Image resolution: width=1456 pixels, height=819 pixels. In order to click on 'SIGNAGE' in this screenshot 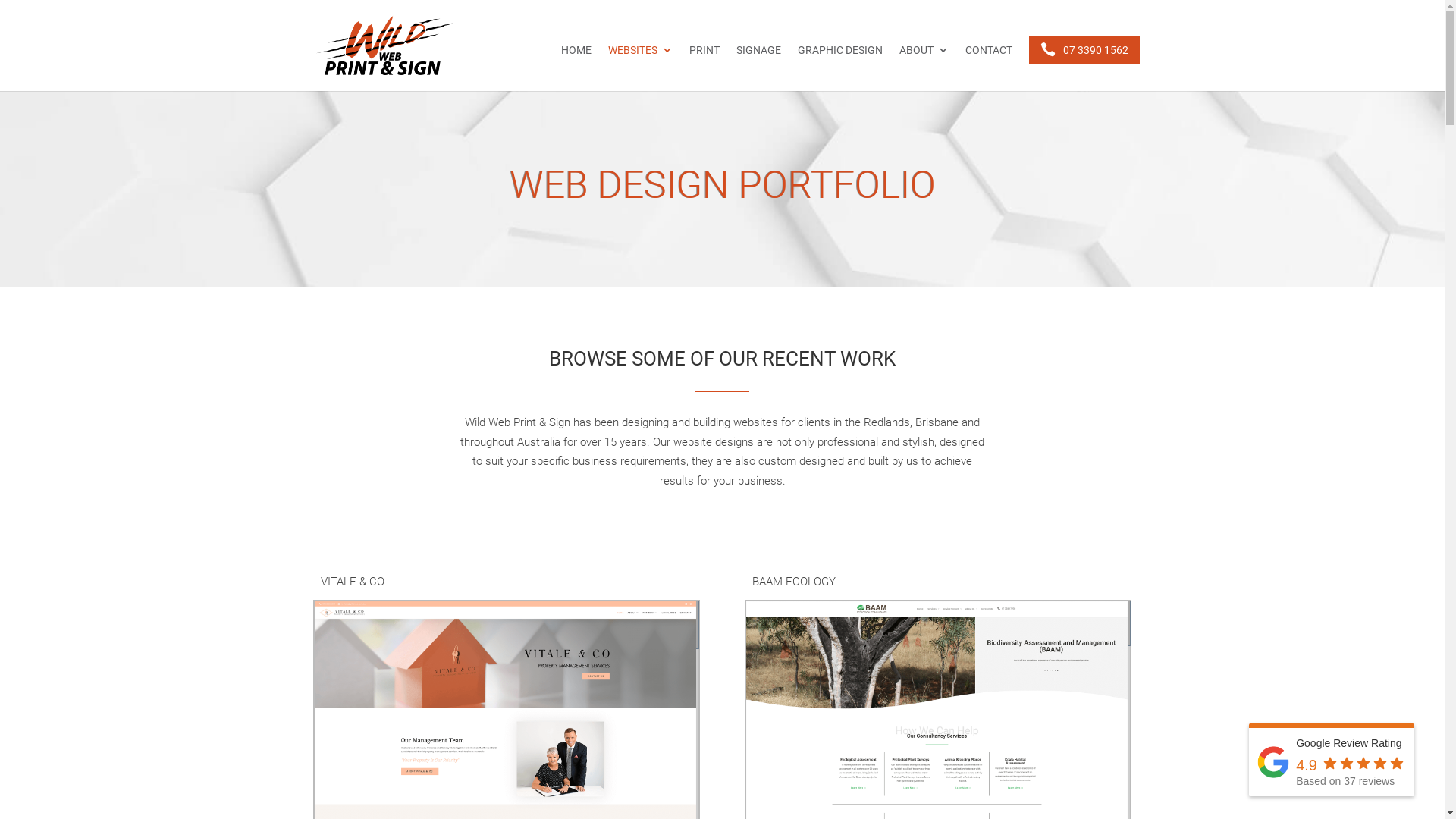, I will do `click(758, 67)`.